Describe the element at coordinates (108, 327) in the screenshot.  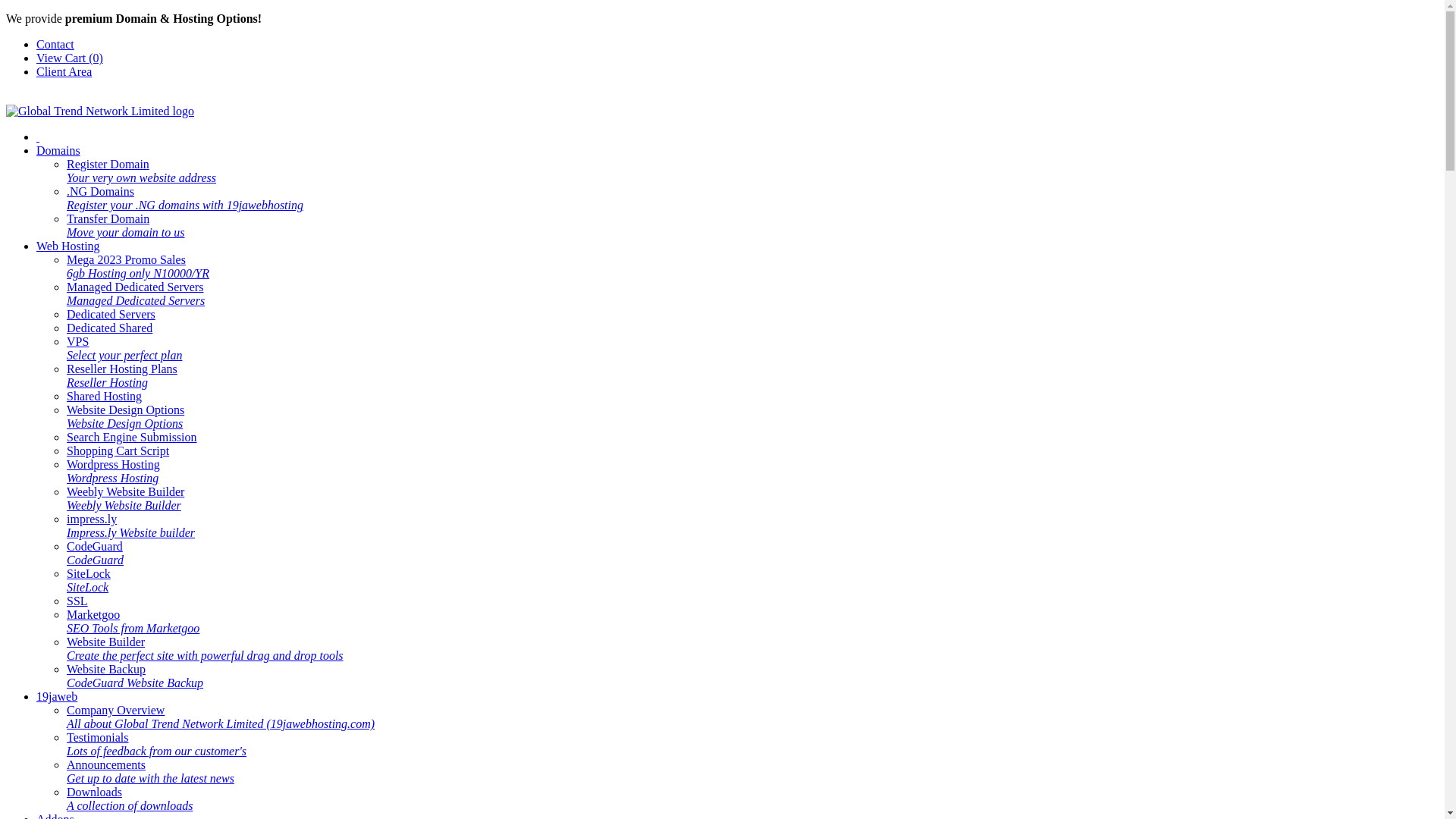
I see `'Dedicated Shared'` at that location.